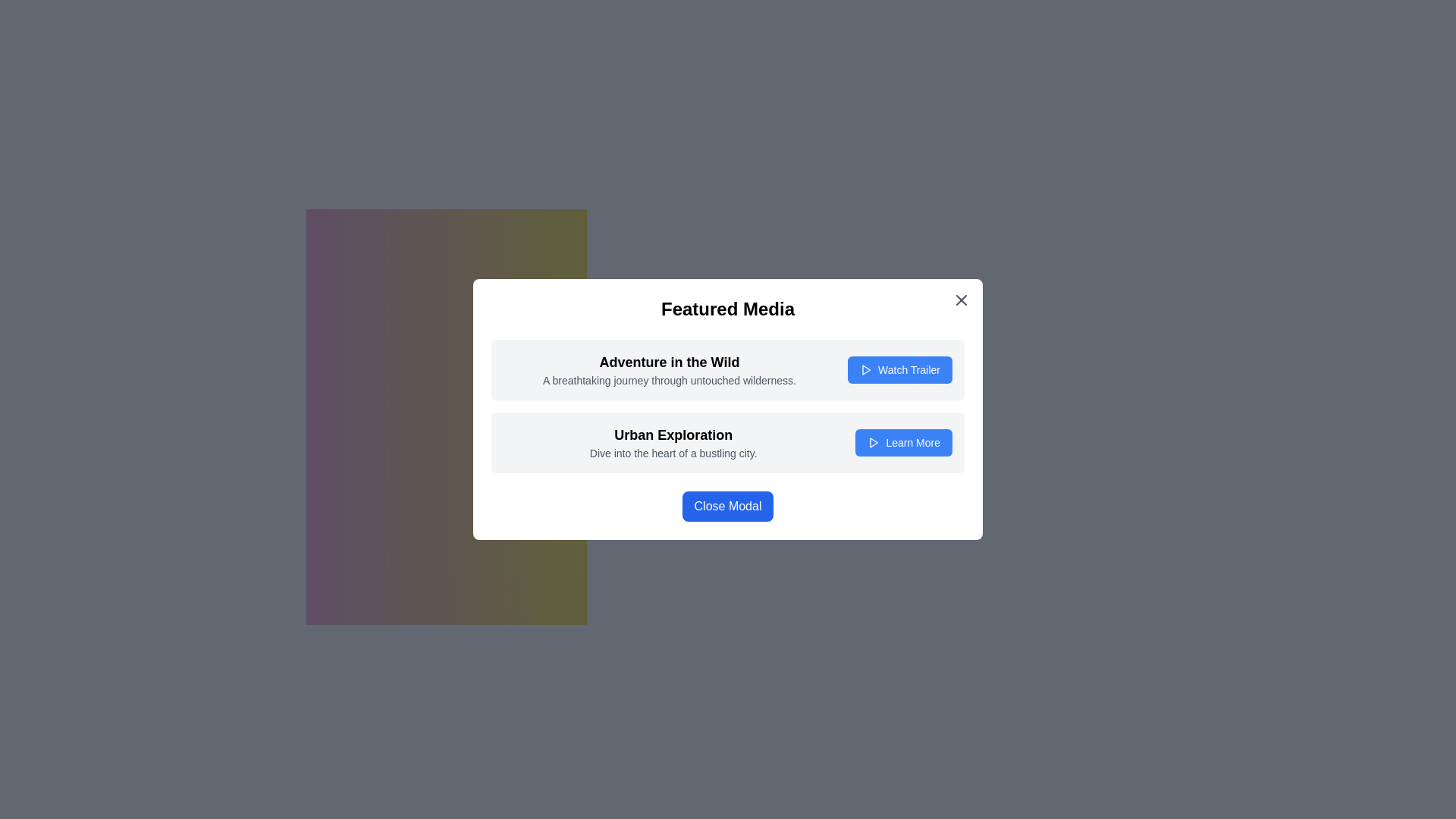  Describe the element at coordinates (912, 442) in the screenshot. I see `the text 'Learn More' displayed in white on a blue background within a rounded rectangular button located at the bottom section of a modal window` at that location.